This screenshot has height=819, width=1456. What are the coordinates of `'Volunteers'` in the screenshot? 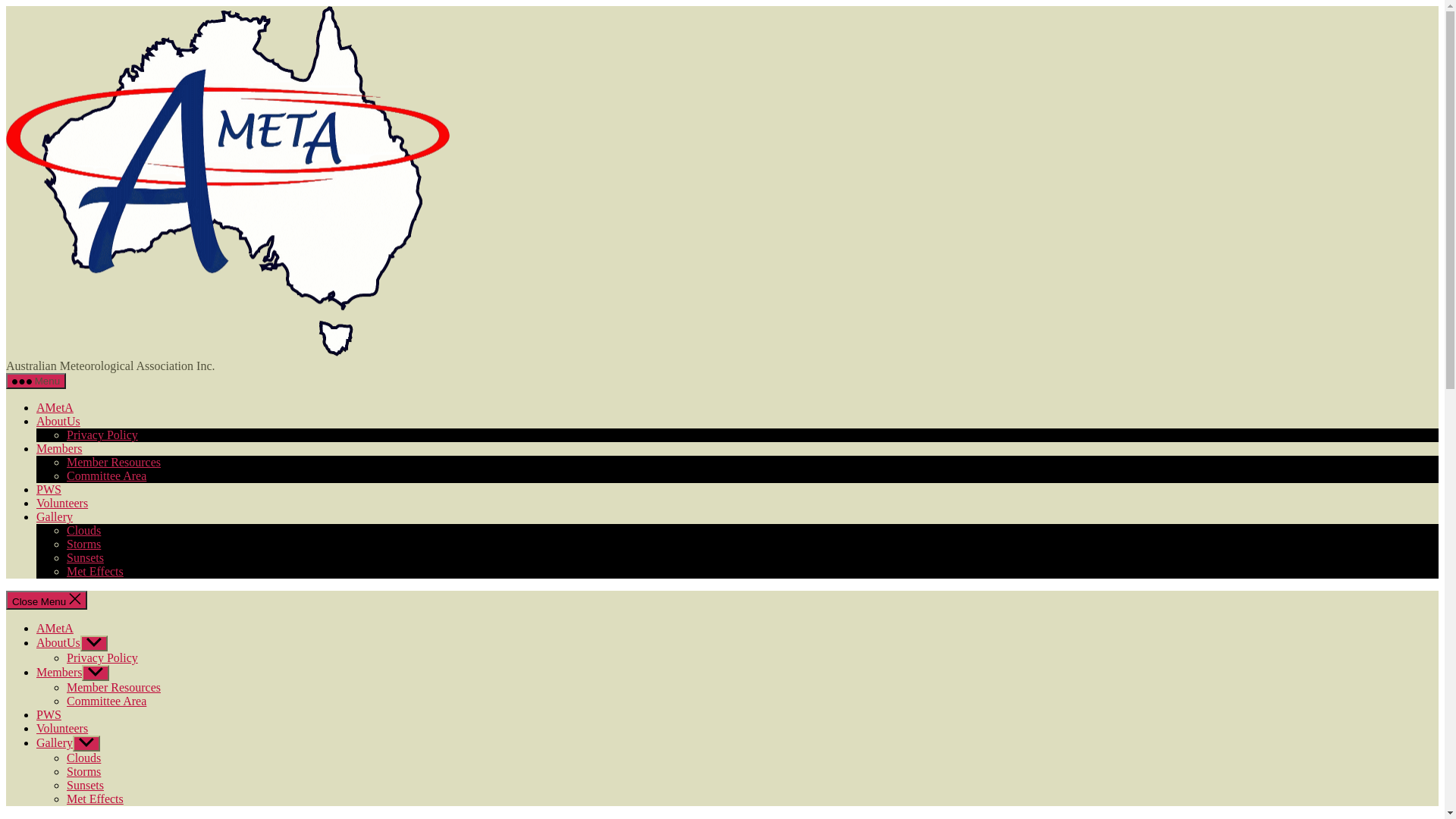 It's located at (61, 727).